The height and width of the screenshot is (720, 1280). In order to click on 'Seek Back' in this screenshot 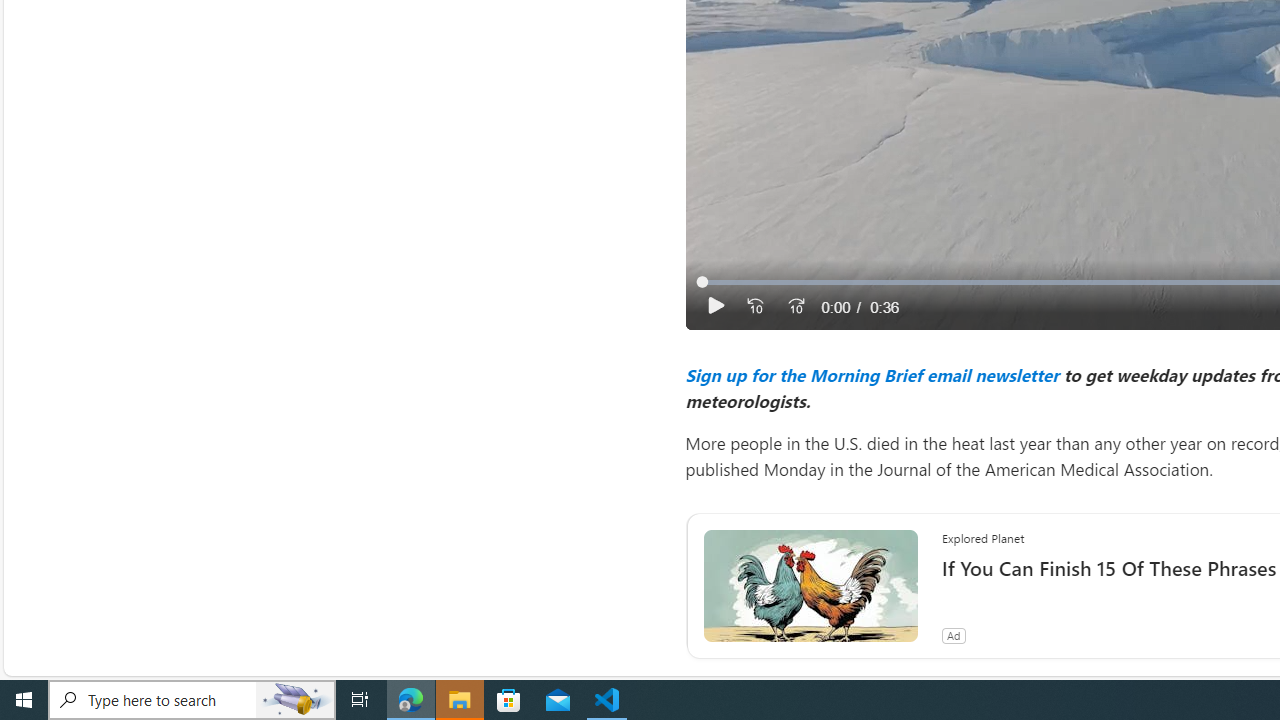, I will do `click(754, 306)`.